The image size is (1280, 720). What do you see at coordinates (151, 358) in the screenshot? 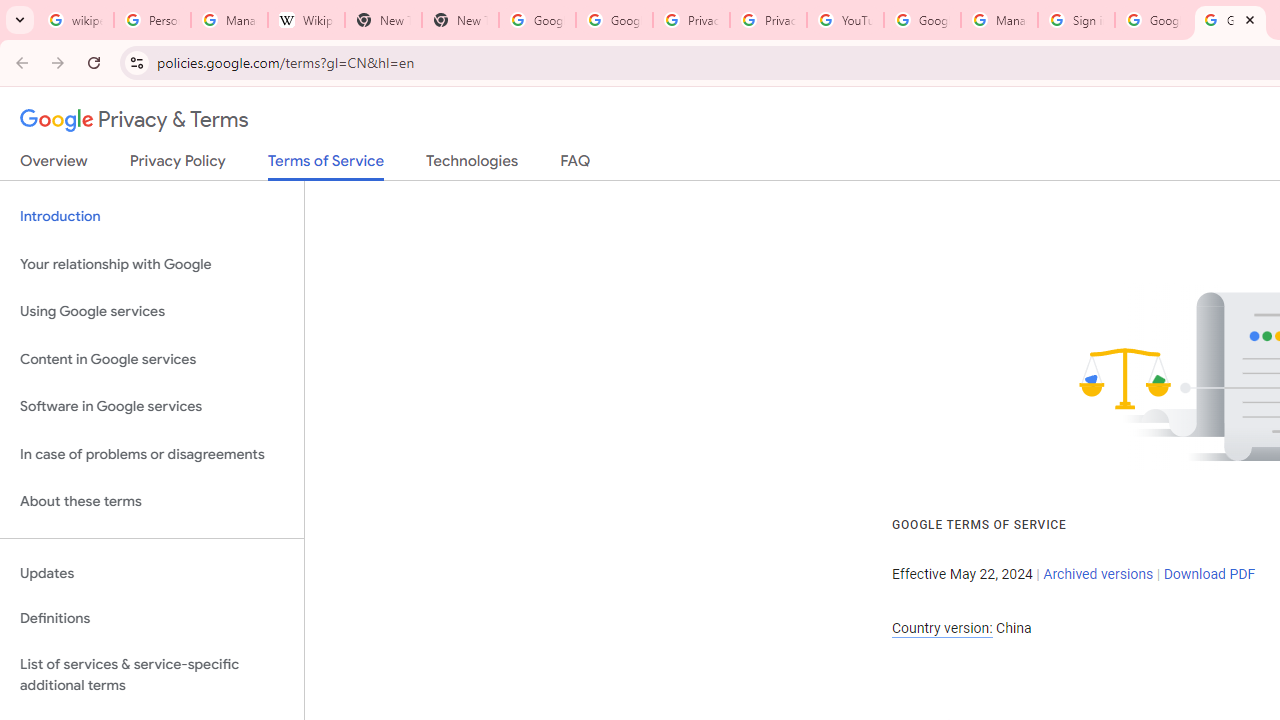
I see `'Content in Google services'` at bounding box center [151, 358].